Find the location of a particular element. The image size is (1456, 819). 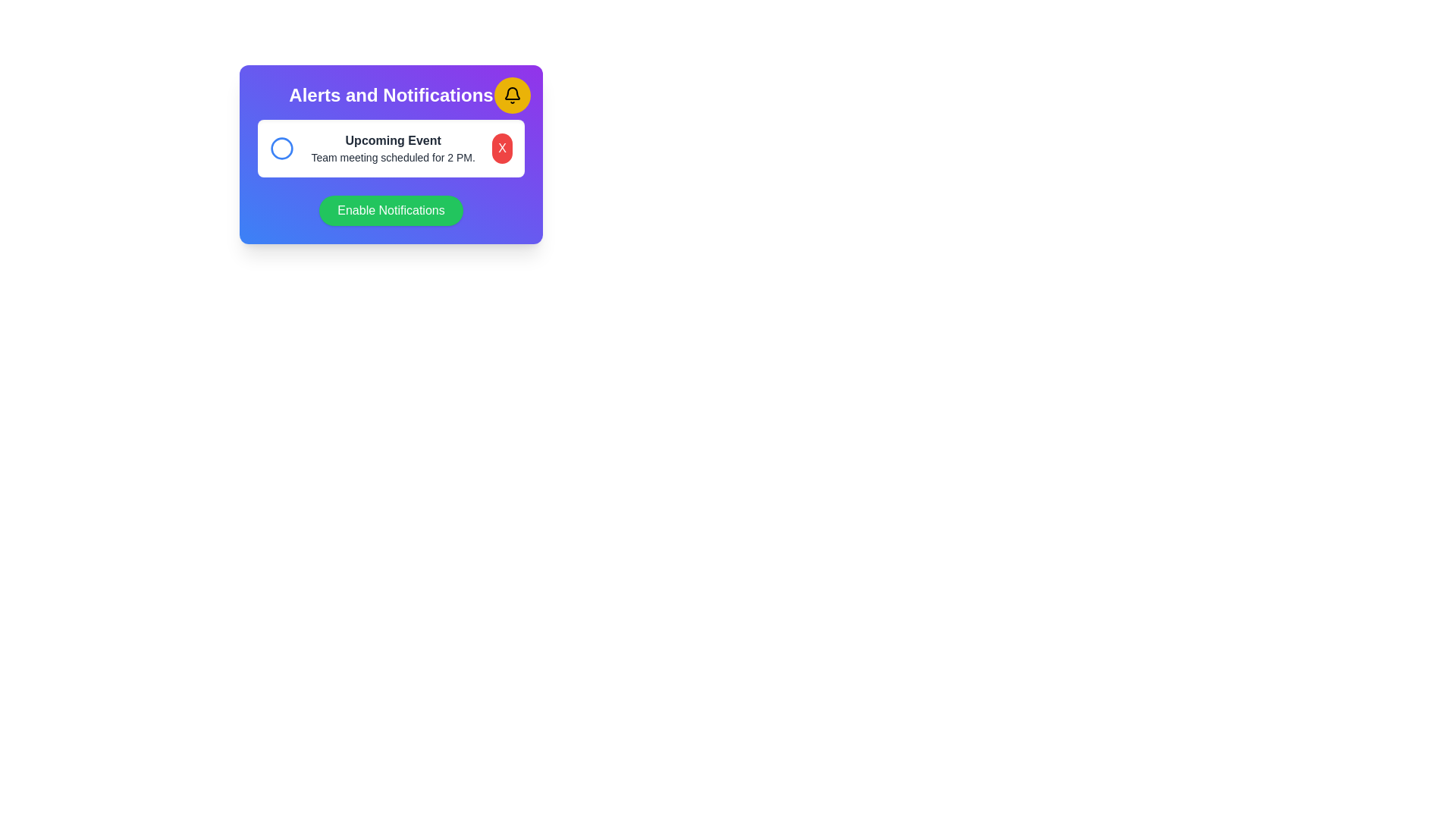

text content of the title text label located at the top of the notification panel, which provides a brief subject for the upcoming event is located at coordinates (393, 140).